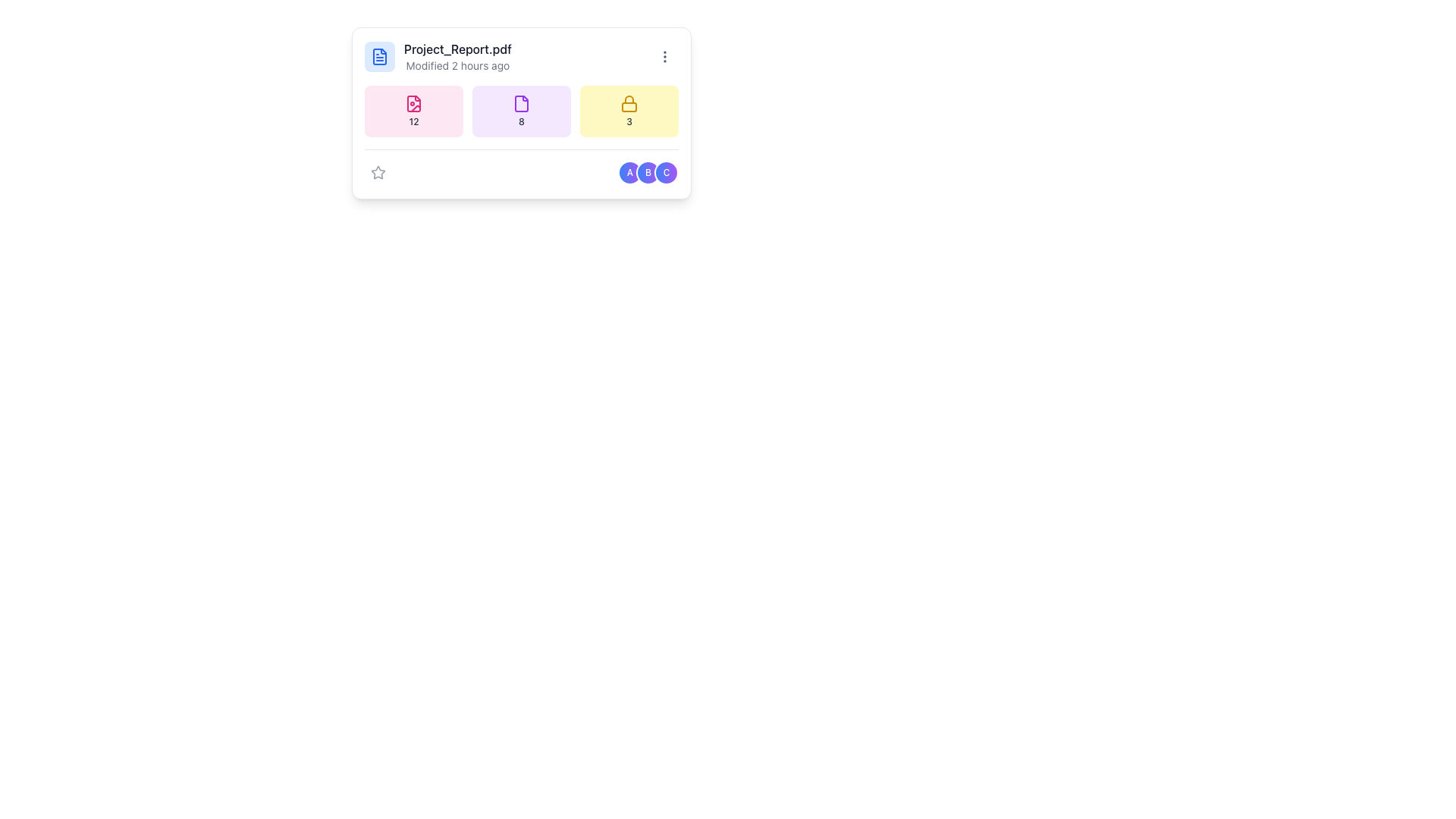 The image size is (1456, 819). Describe the element at coordinates (666, 171) in the screenshot. I see `the circular badge labeled 'C' located at the bottom right corner of the file preview card` at that location.